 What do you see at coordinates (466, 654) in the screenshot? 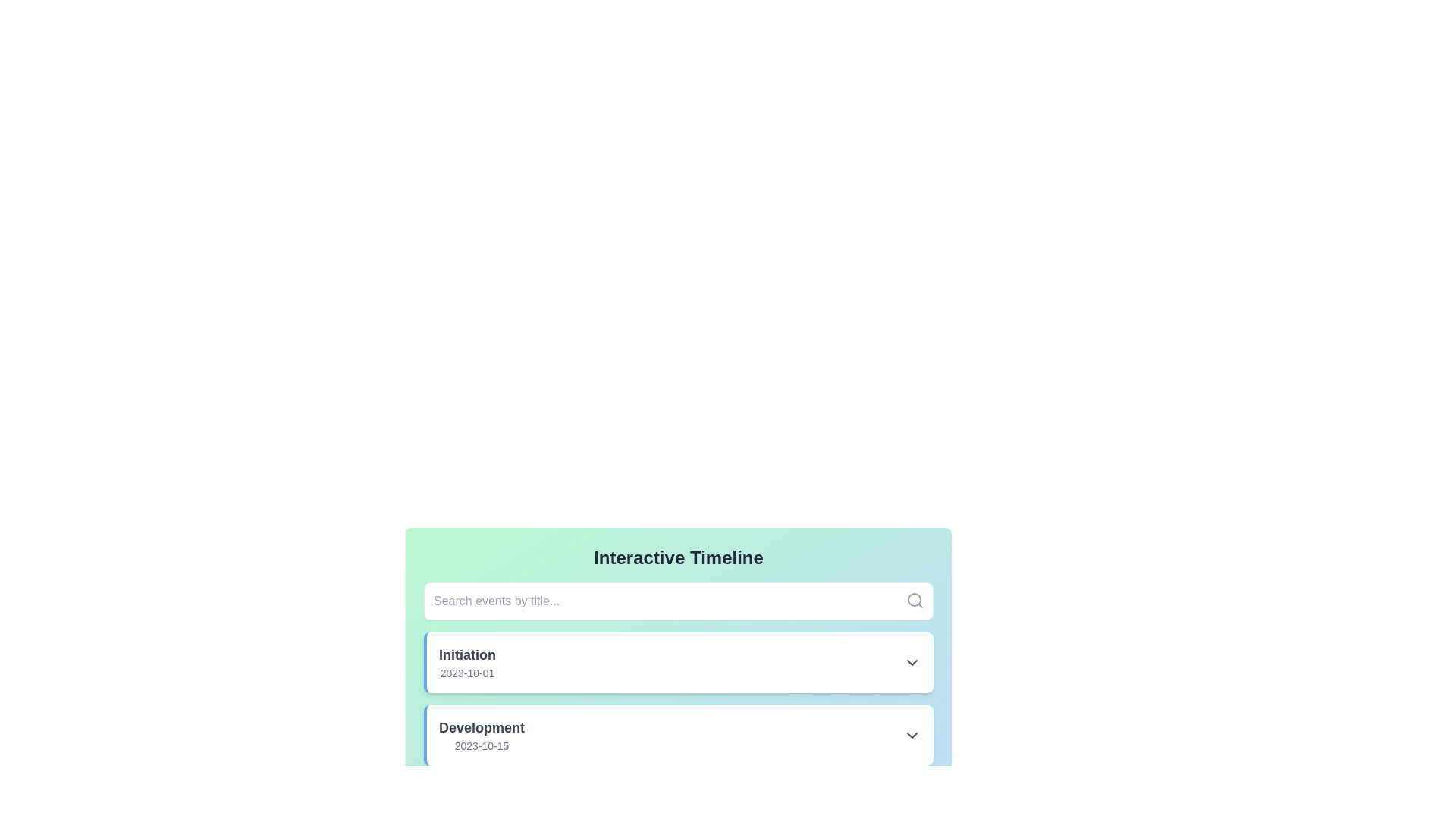
I see `the title label for the first event in the list, which serves as a description for the event` at bounding box center [466, 654].